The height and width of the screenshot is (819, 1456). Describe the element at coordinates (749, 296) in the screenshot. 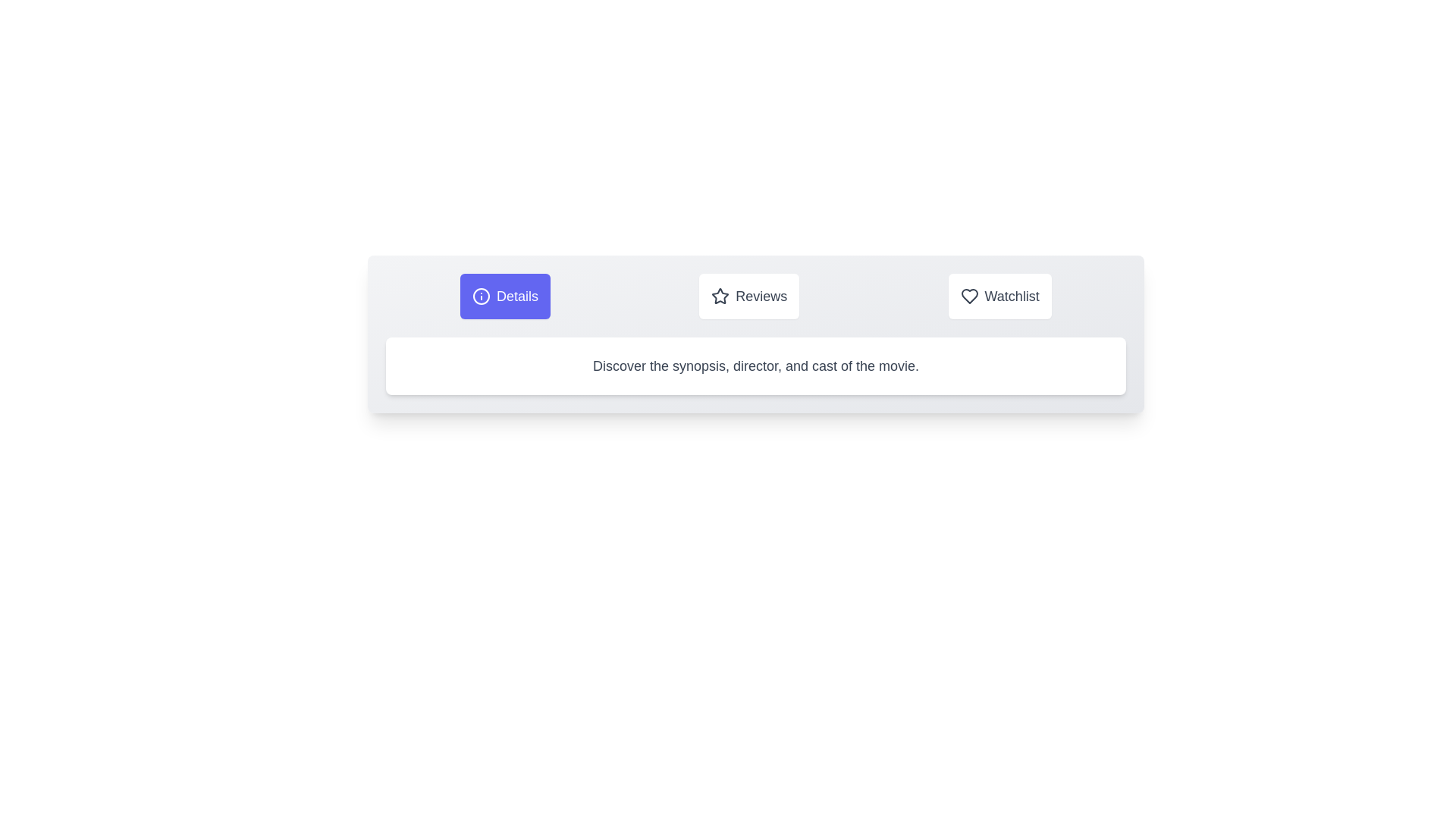

I see `the Reviews tab to observe its hover effect` at that location.